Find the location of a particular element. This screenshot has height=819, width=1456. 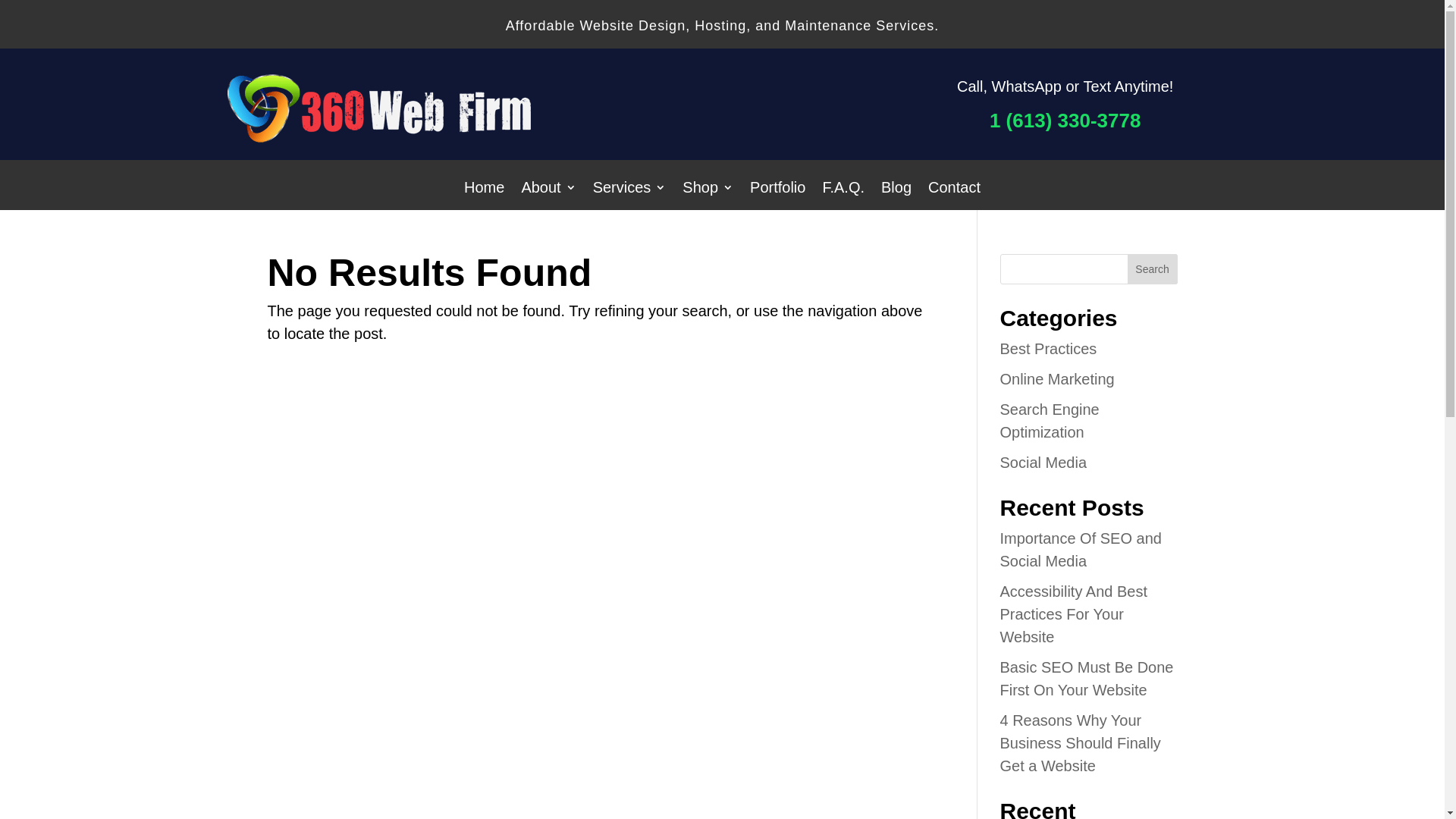

'Portfolio' is located at coordinates (777, 189).